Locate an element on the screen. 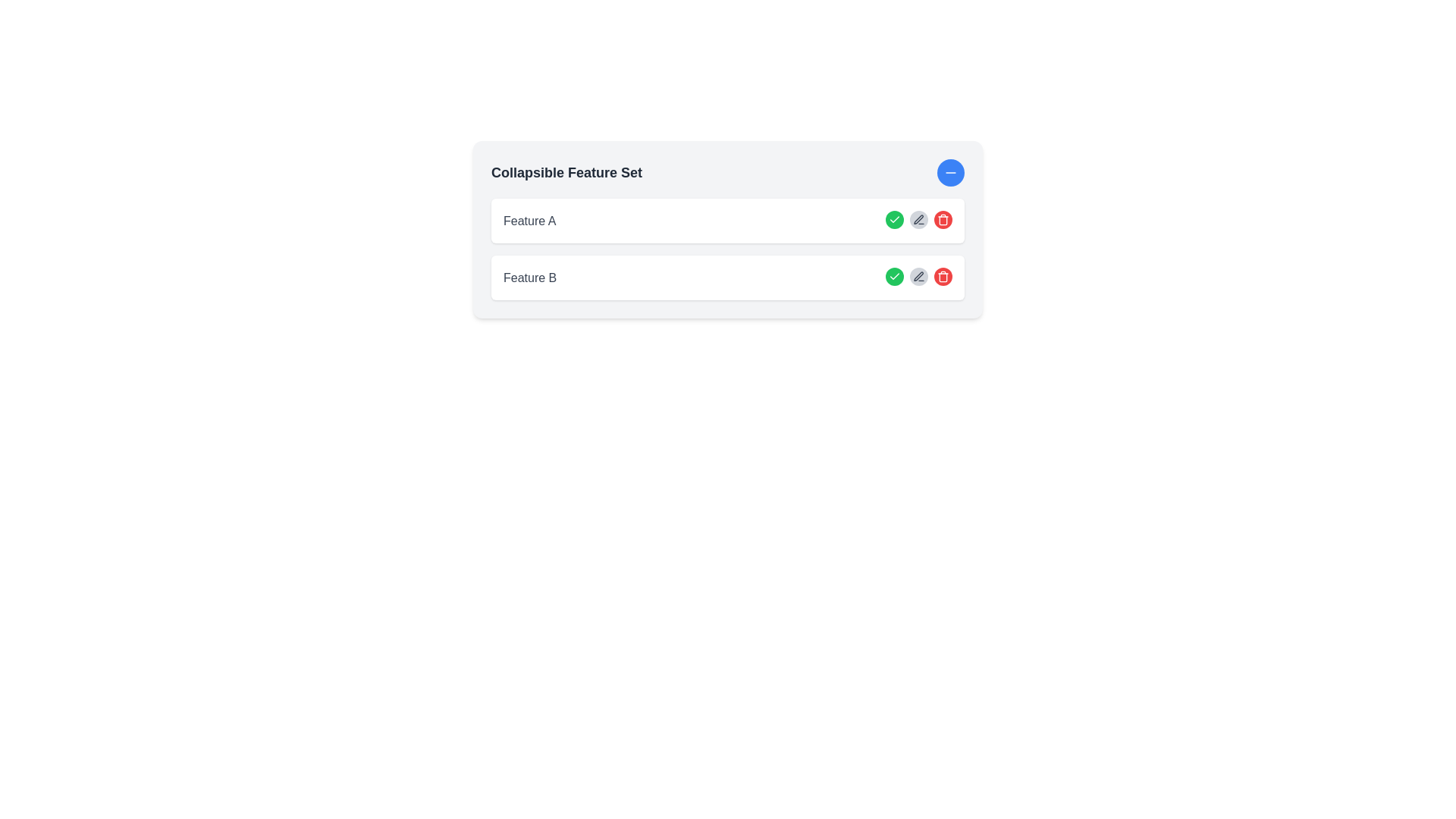 This screenshot has width=1456, height=819. the red trash can button, which serves as the delete function for the associated feature item is located at coordinates (942, 219).